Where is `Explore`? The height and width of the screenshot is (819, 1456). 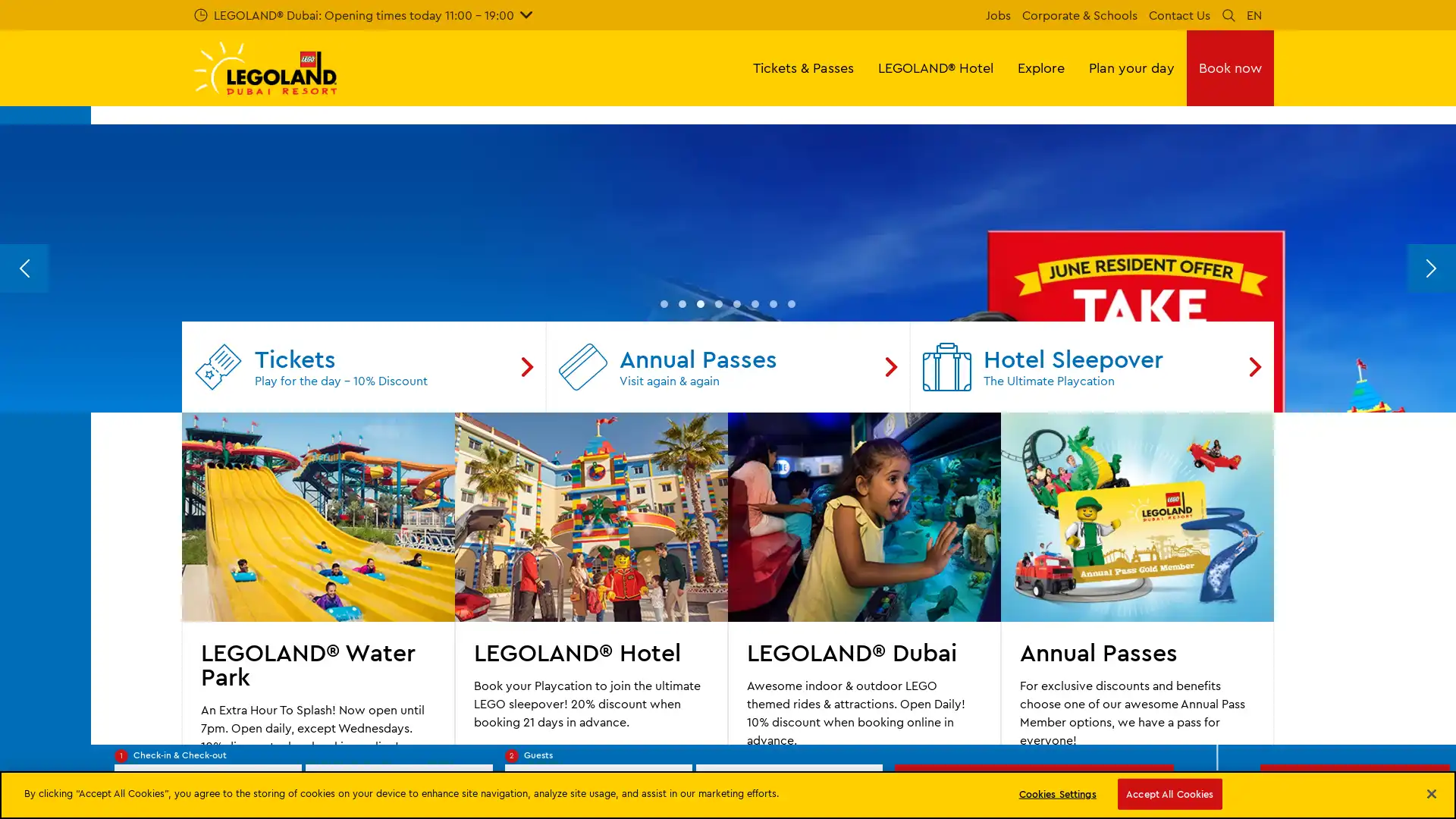
Explore is located at coordinates (1040, 67).